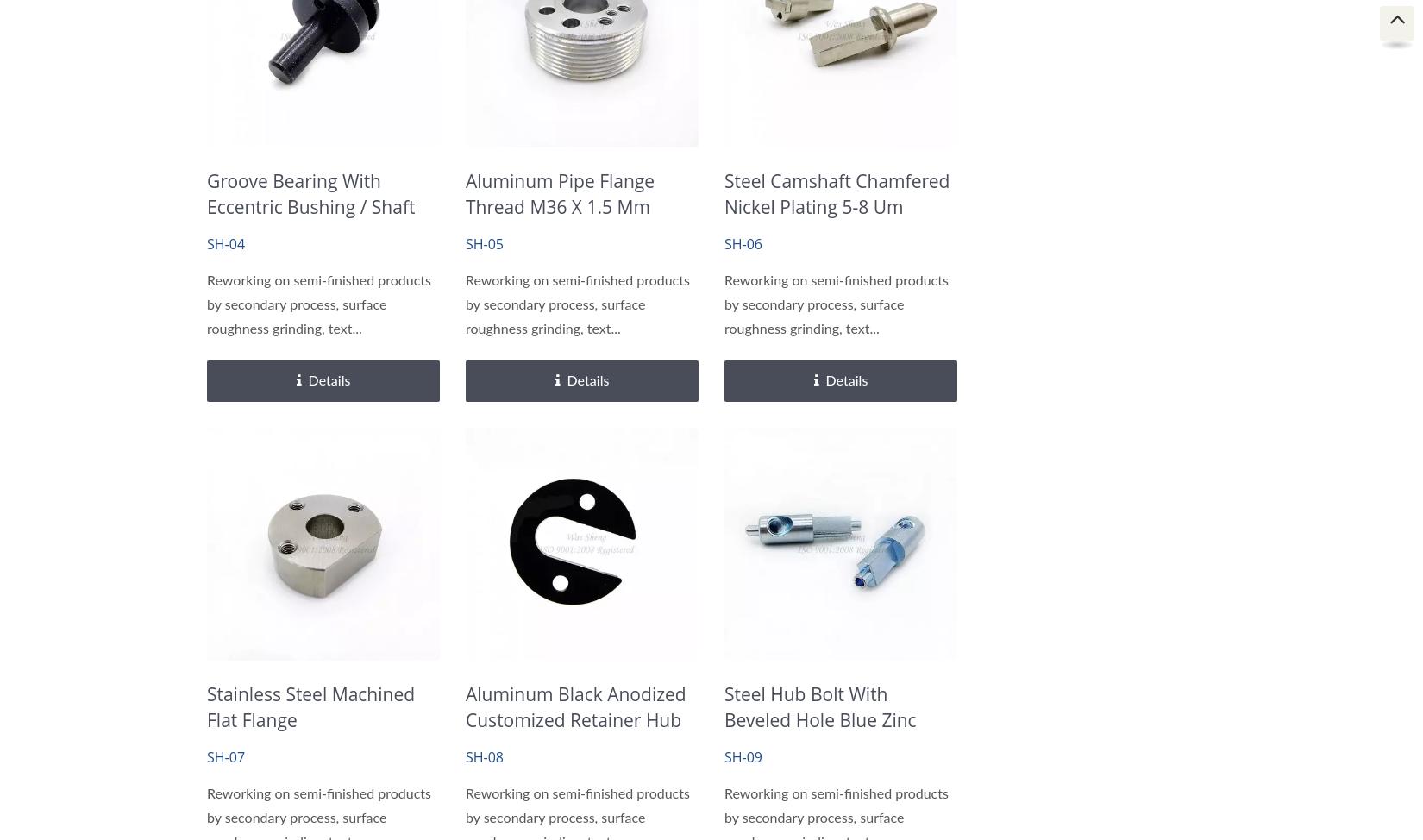  What do you see at coordinates (226, 243) in the screenshot?
I see `'SH-04'` at bounding box center [226, 243].